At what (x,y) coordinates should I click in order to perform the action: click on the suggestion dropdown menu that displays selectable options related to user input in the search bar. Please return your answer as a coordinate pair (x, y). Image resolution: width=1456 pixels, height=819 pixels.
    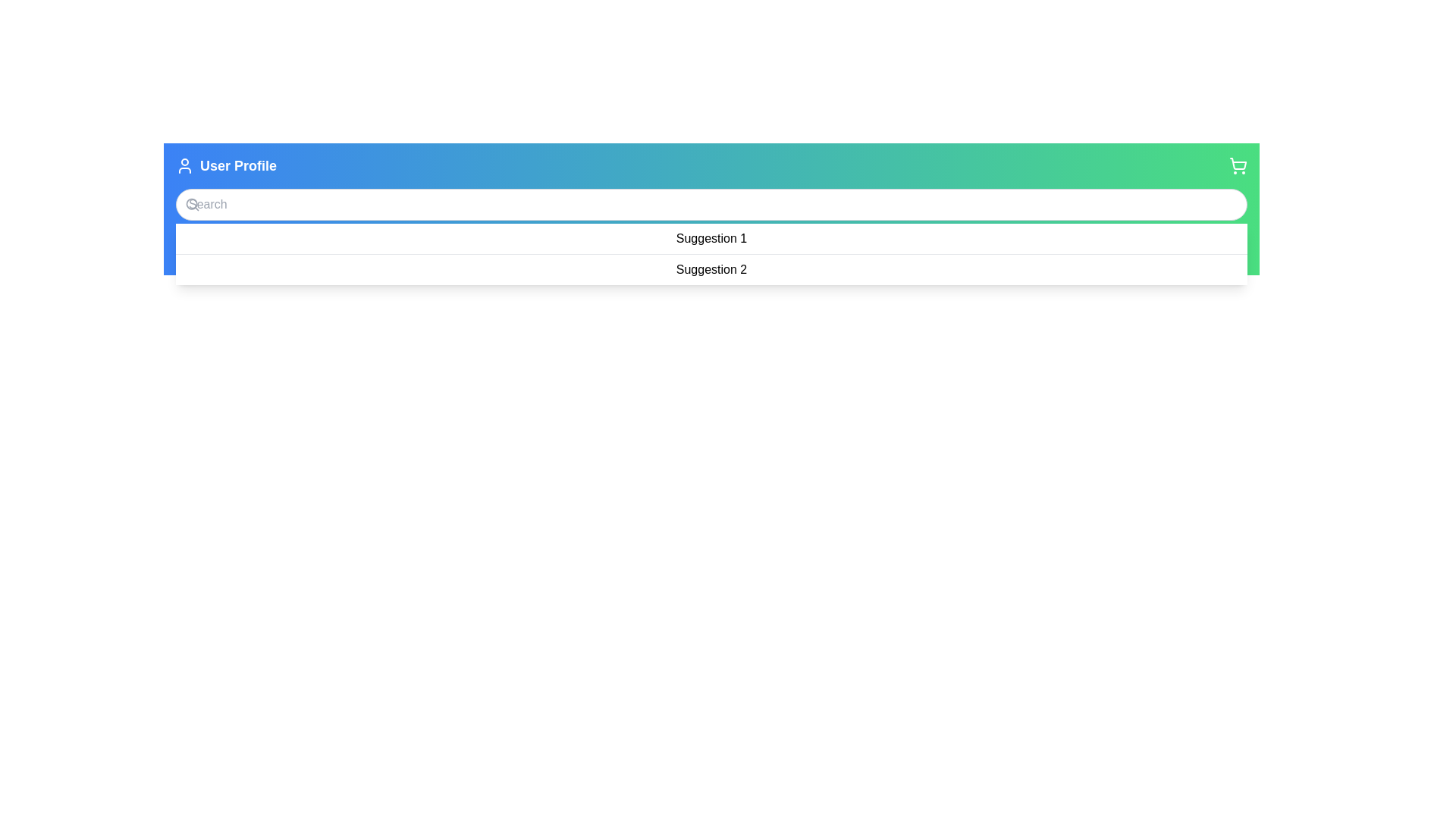
    Looking at the image, I should click on (711, 253).